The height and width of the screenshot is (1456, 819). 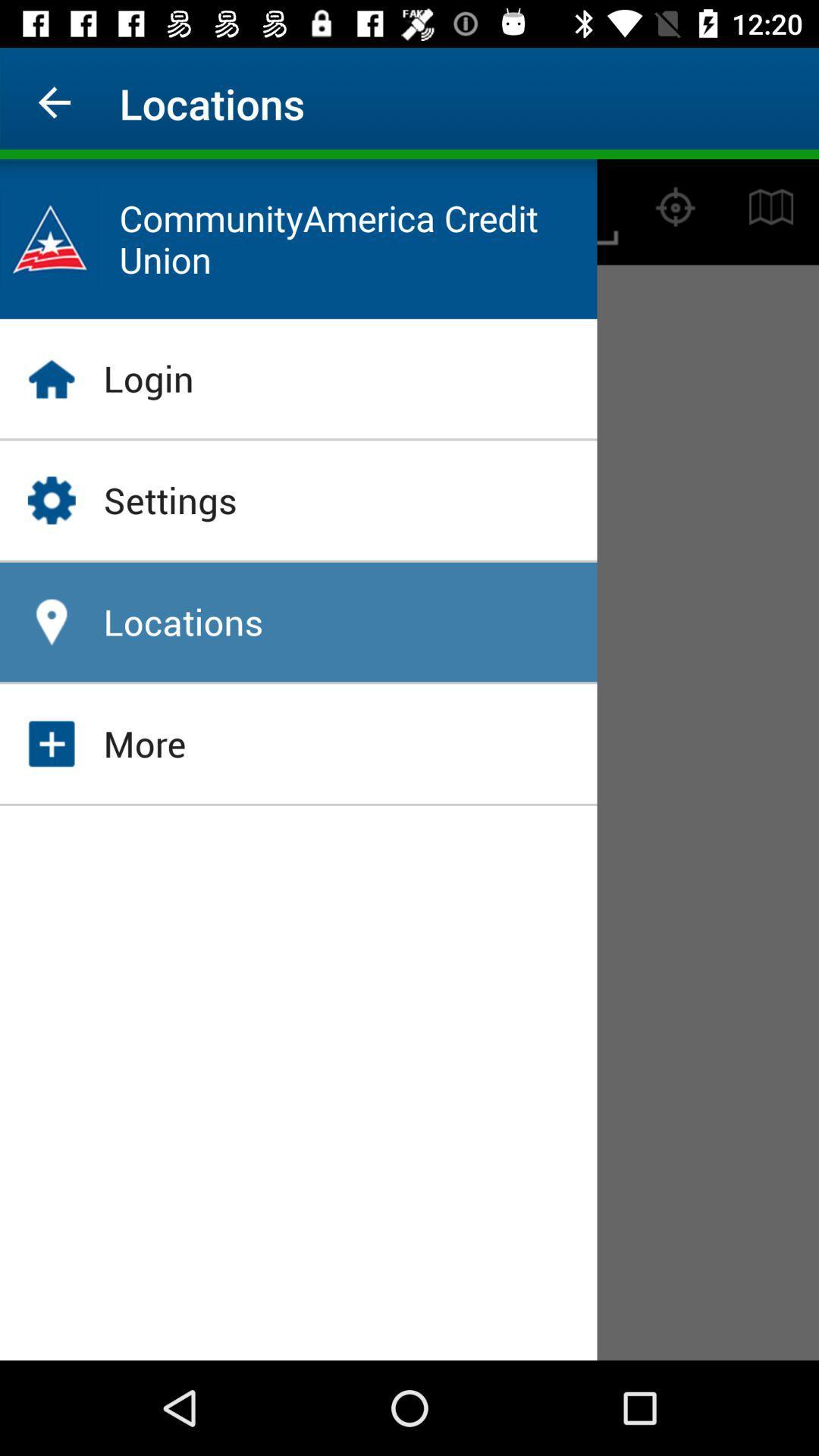 What do you see at coordinates (771, 206) in the screenshot?
I see `the book icon` at bounding box center [771, 206].